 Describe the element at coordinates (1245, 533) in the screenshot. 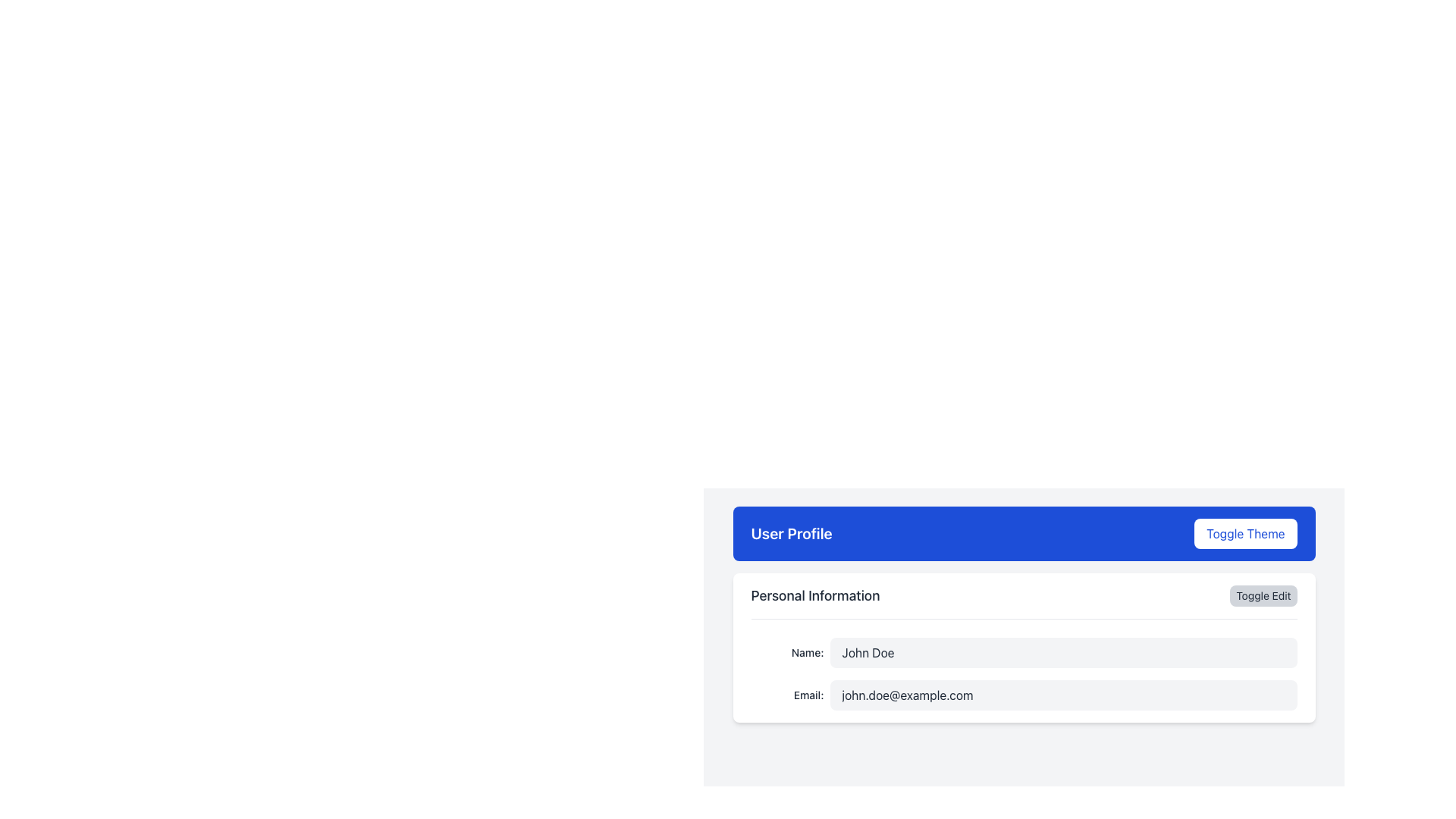

I see `the 'Toggle Theme' button located at the top-right corner of the blue banner containing 'User Profile'` at that location.